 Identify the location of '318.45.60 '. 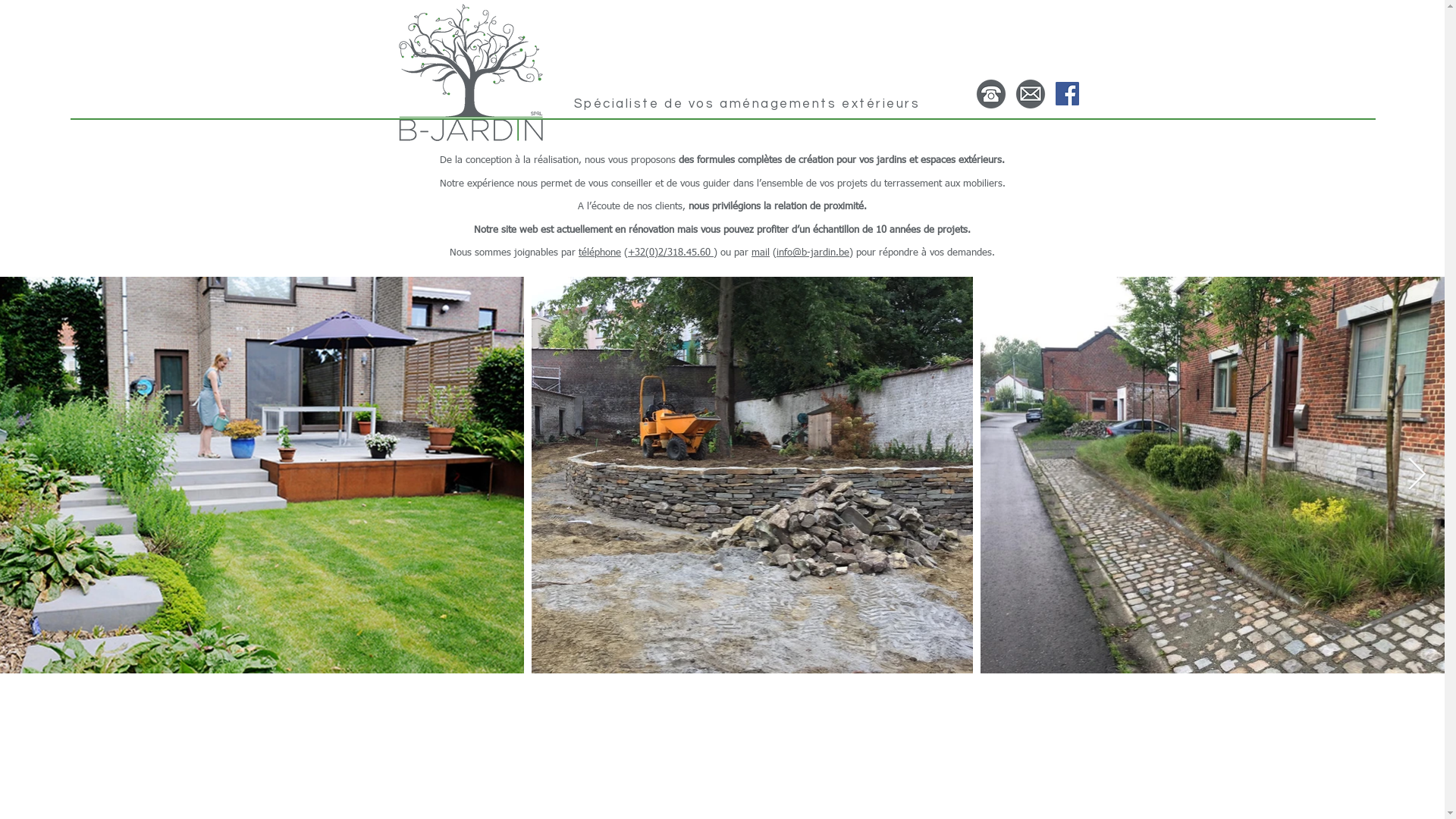
(689, 252).